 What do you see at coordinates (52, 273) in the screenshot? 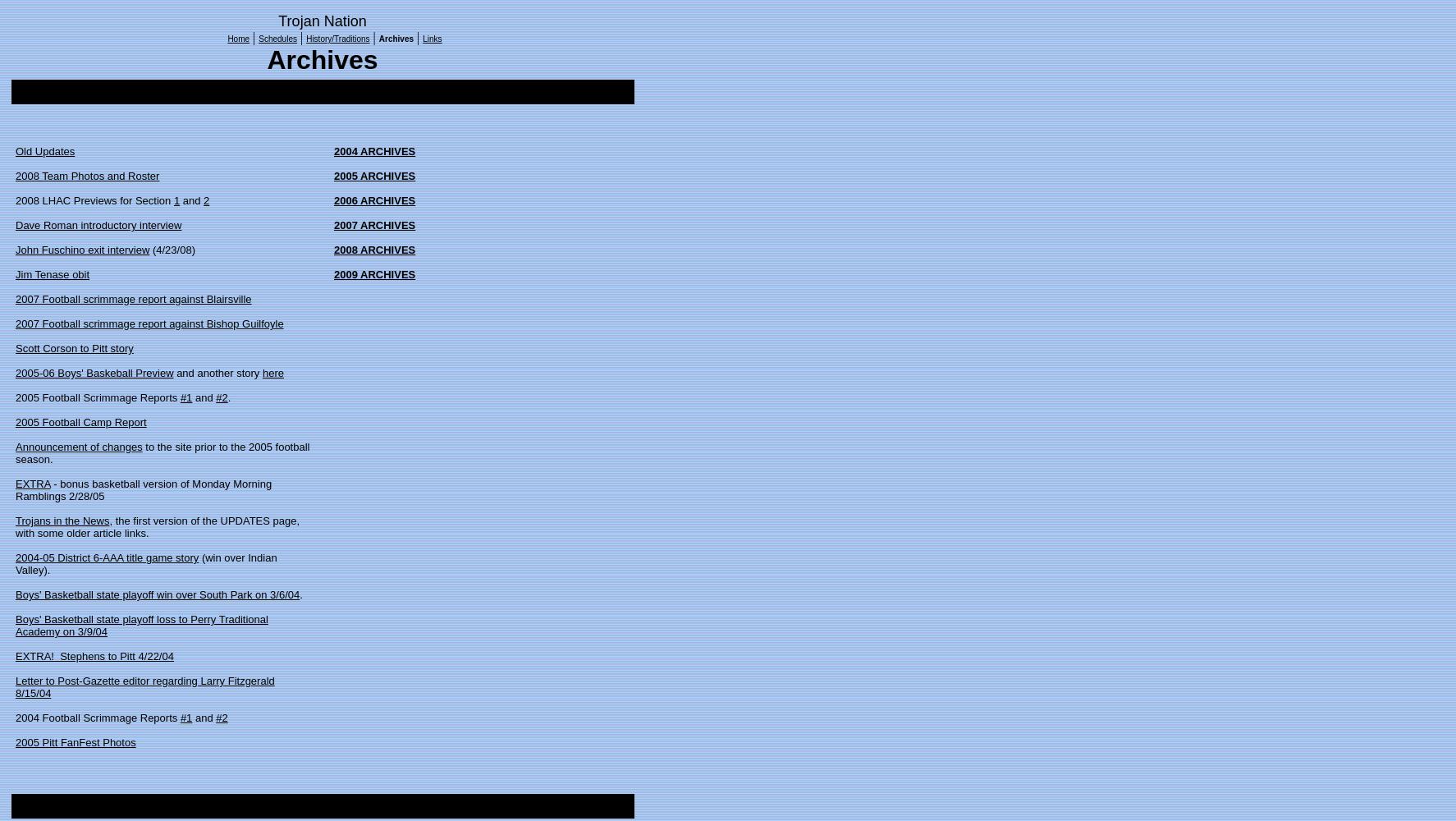
I see `'Jim Tenase obit'` at bounding box center [52, 273].